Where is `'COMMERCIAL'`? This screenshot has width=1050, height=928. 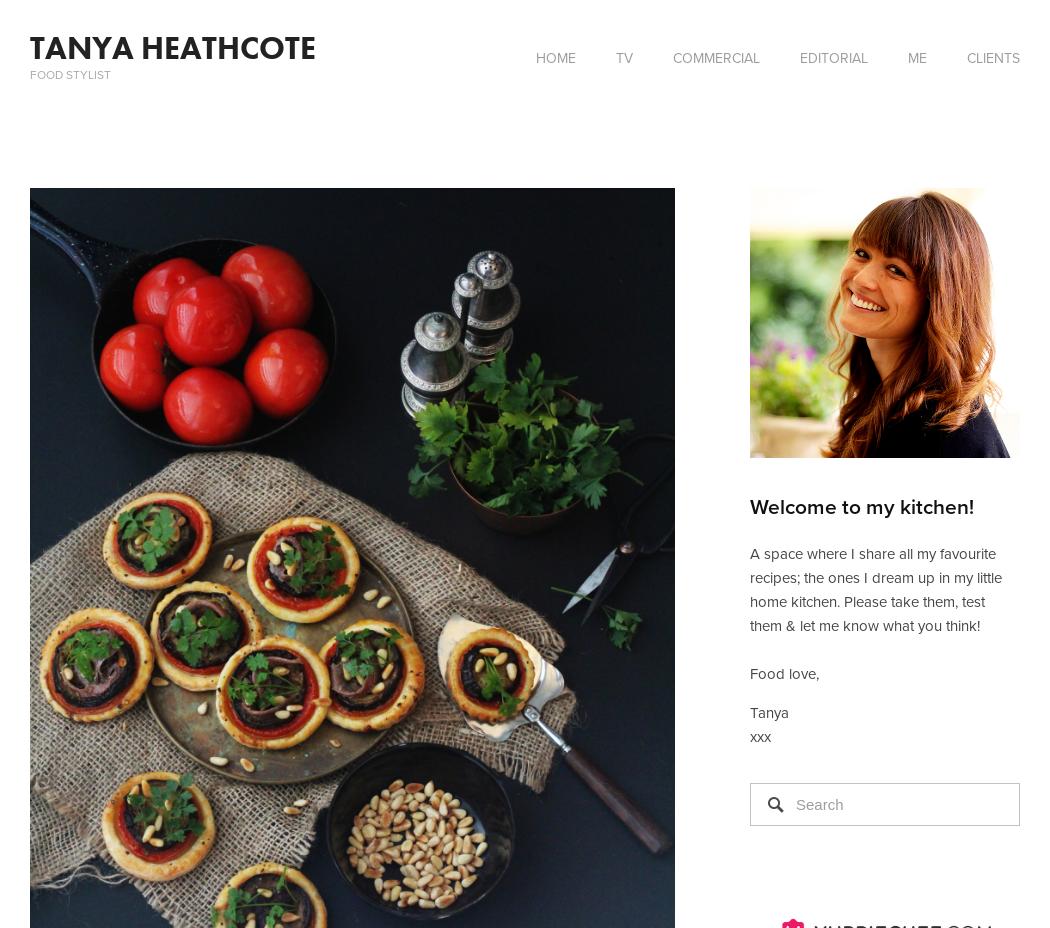
'COMMERCIAL' is located at coordinates (715, 57).